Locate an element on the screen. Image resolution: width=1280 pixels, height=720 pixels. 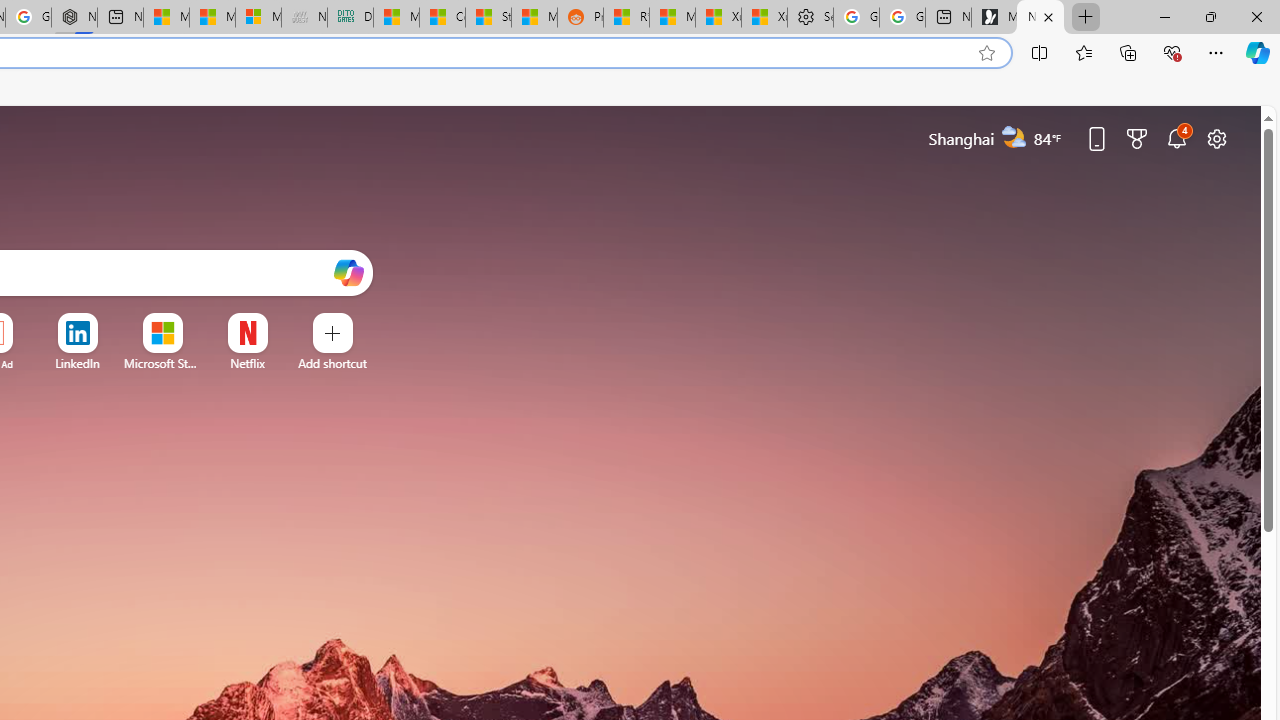
'R******* | Trusted Community Engagement and Contributions' is located at coordinates (625, 17).